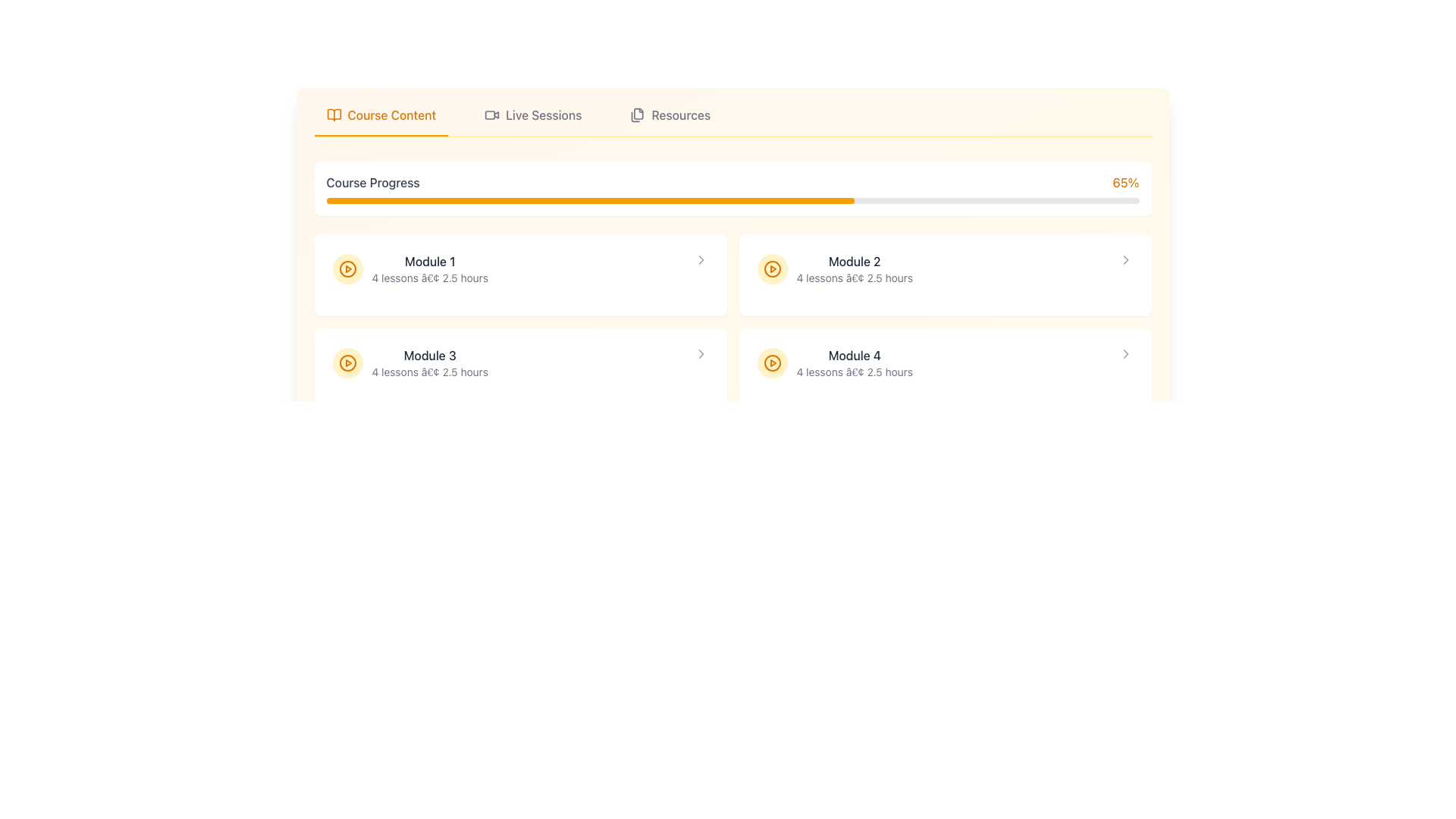  I want to click on information displayed in the text label that shows '4 lessons • 2.5 hours', which is located directly below the title 'Module 1' within a card in the top-left corner of the section, so click(429, 278).